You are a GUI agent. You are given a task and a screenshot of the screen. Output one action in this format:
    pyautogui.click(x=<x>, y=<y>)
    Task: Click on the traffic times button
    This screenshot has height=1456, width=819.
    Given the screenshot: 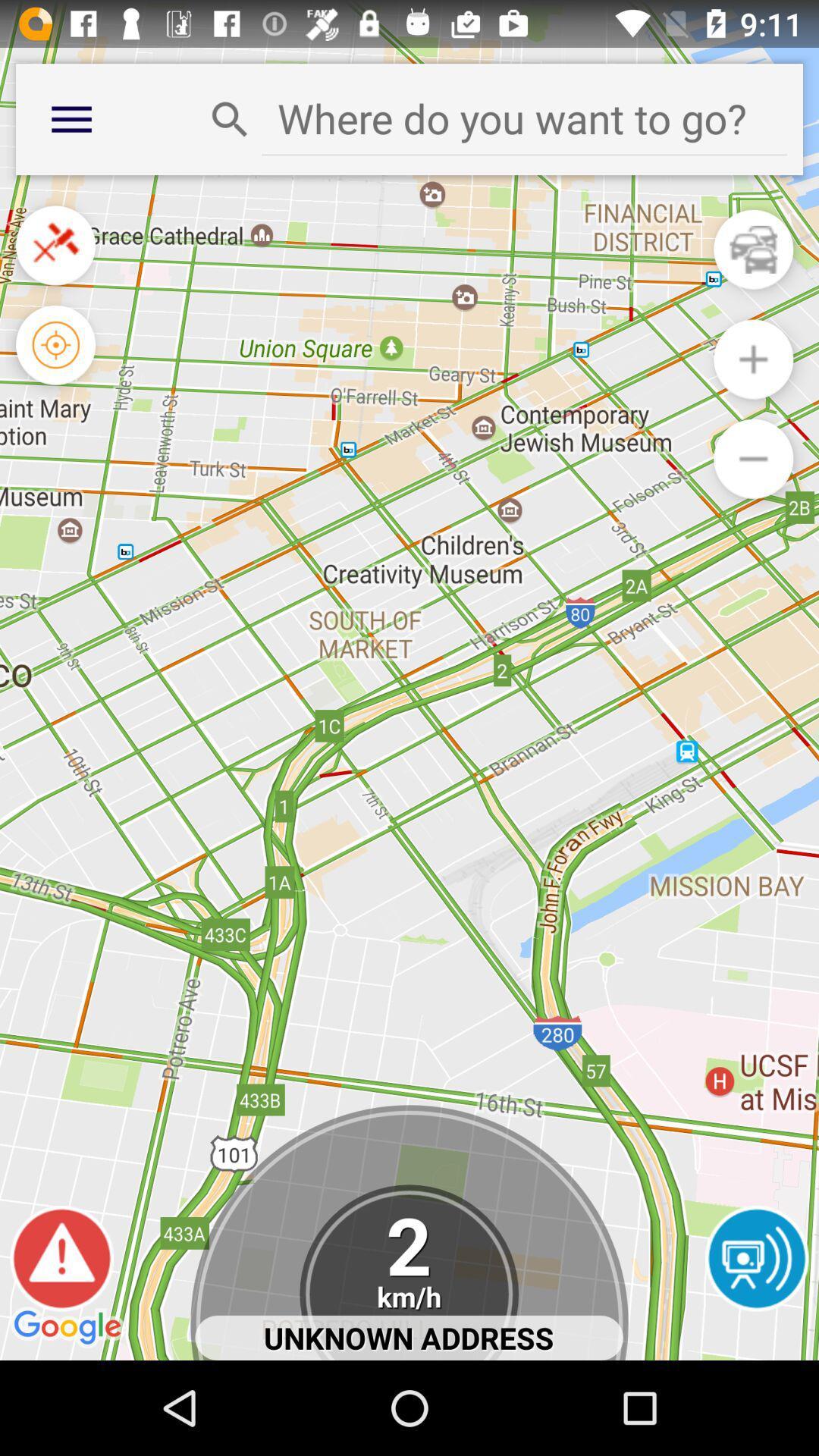 What is the action you would take?
    pyautogui.click(x=753, y=249)
    